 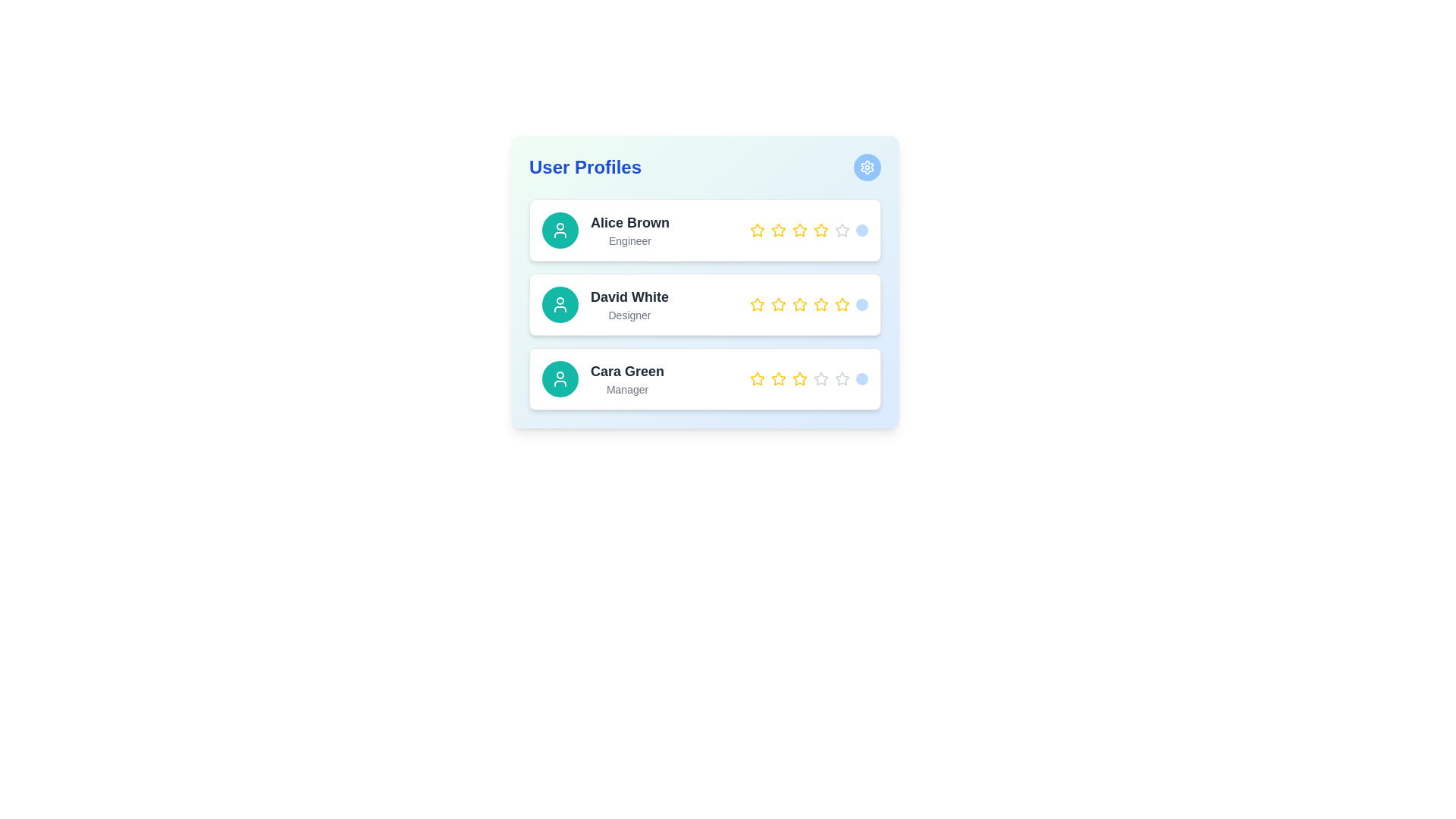 I want to click on the user profile icon located on the left side of the first user's information card in the 'User Profiles' list for quick identification, so click(x=560, y=231).